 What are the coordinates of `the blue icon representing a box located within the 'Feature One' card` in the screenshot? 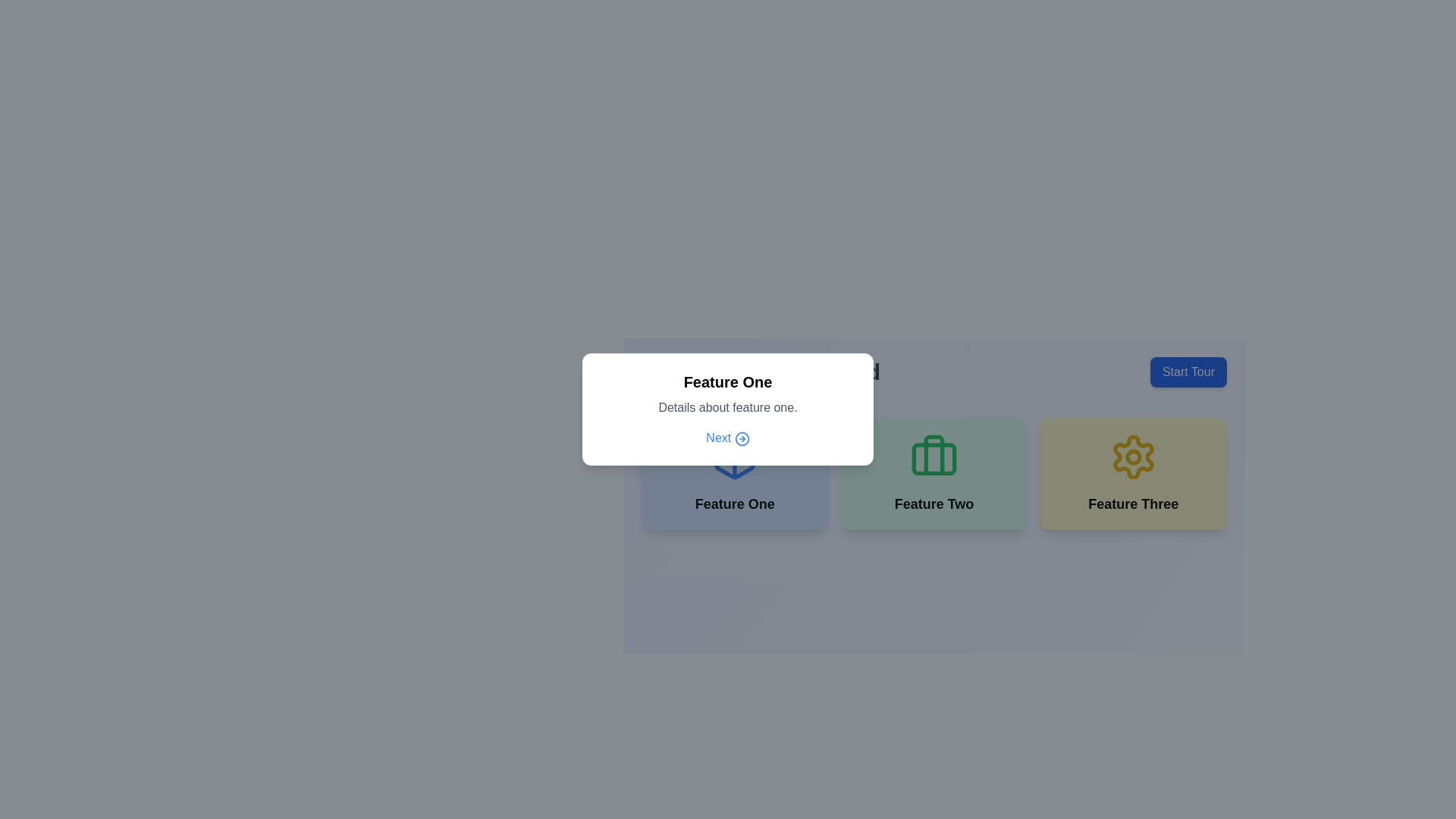 It's located at (735, 456).